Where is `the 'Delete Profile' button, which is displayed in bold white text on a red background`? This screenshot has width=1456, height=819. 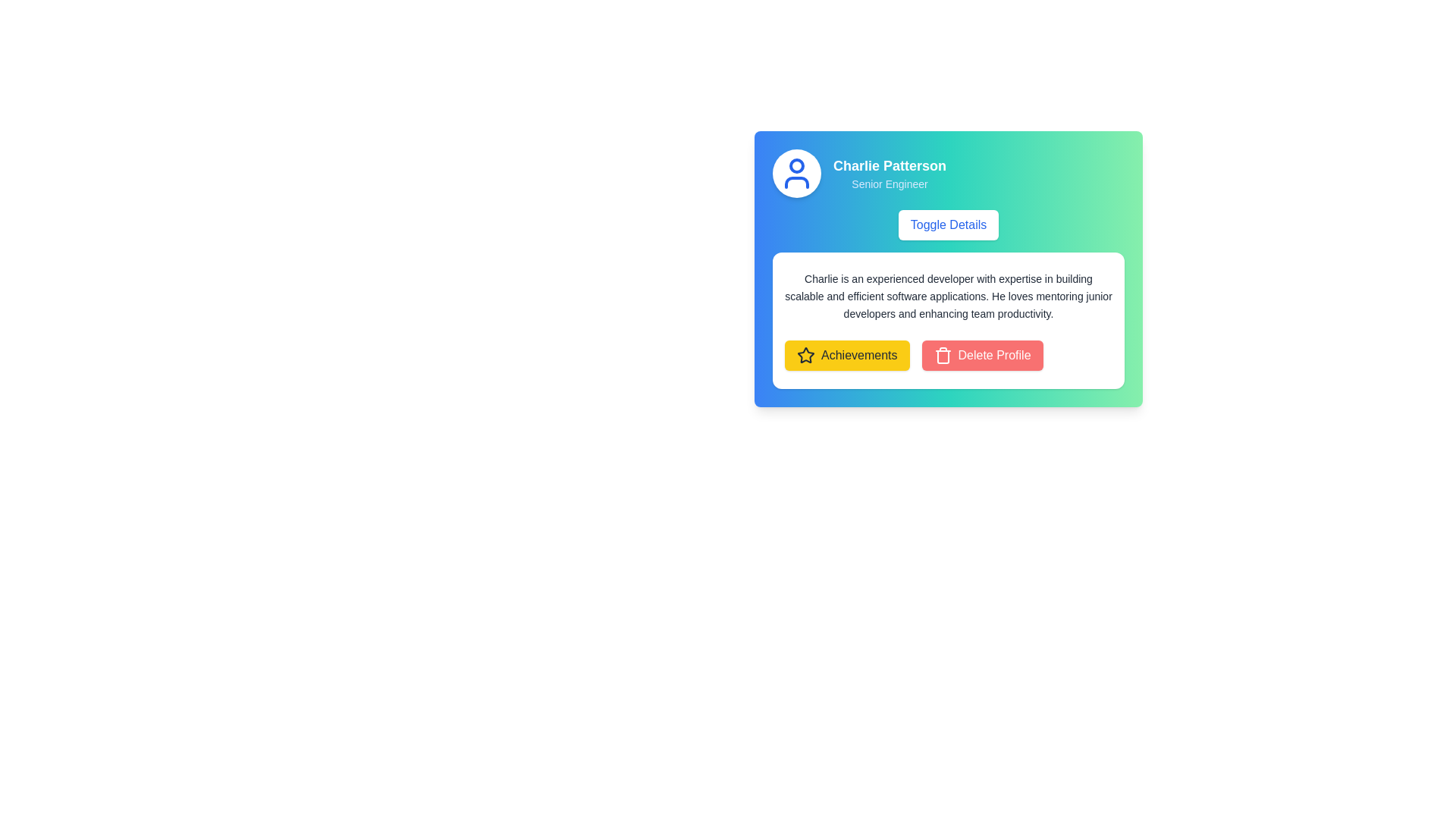
the 'Delete Profile' button, which is displayed in bold white text on a red background is located at coordinates (994, 356).